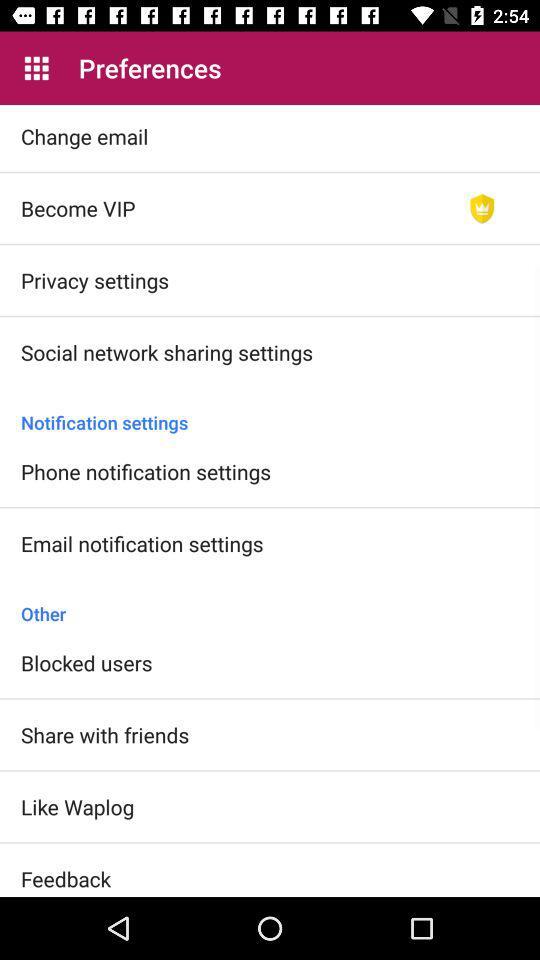 This screenshot has height=960, width=540. Describe the element at coordinates (85, 662) in the screenshot. I see `blocked users item` at that location.